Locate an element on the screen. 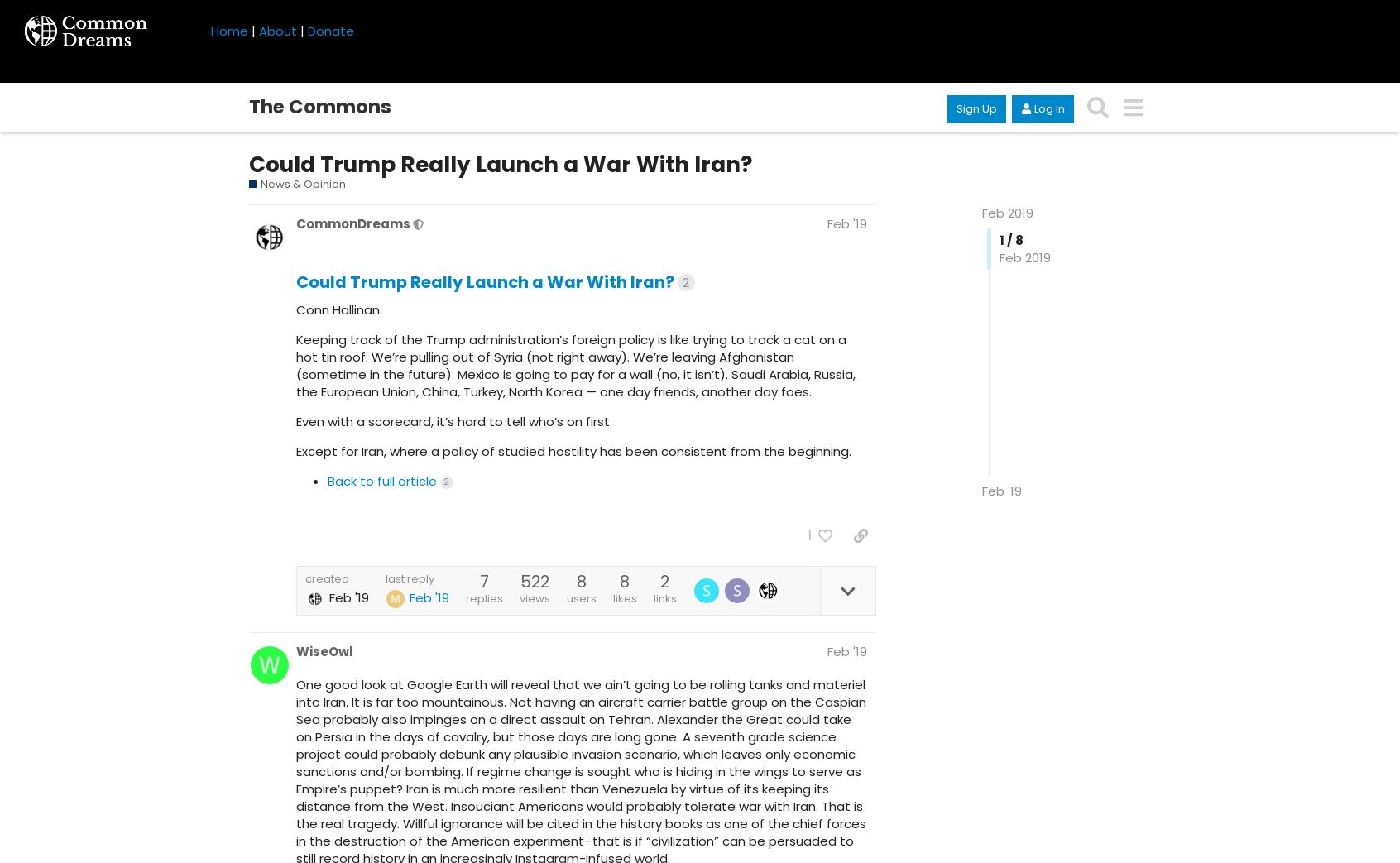 The width and height of the screenshot is (1400, 863). 'last reply' is located at coordinates (409, 578).